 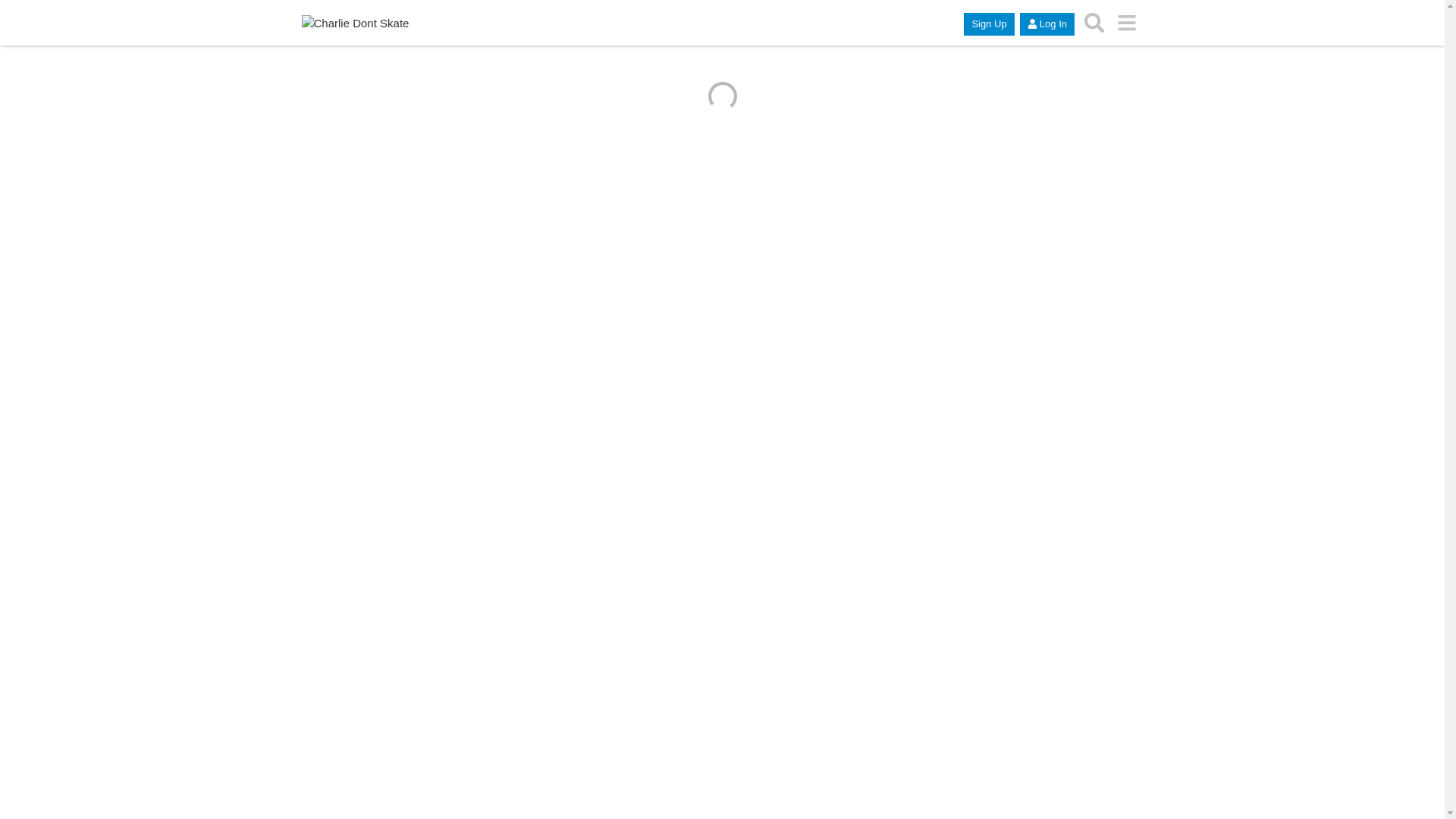 What do you see at coordinates (1110, 23) in the screenshot?
I see `'go to another topic list or category'` at bounding box center [1110, 23].